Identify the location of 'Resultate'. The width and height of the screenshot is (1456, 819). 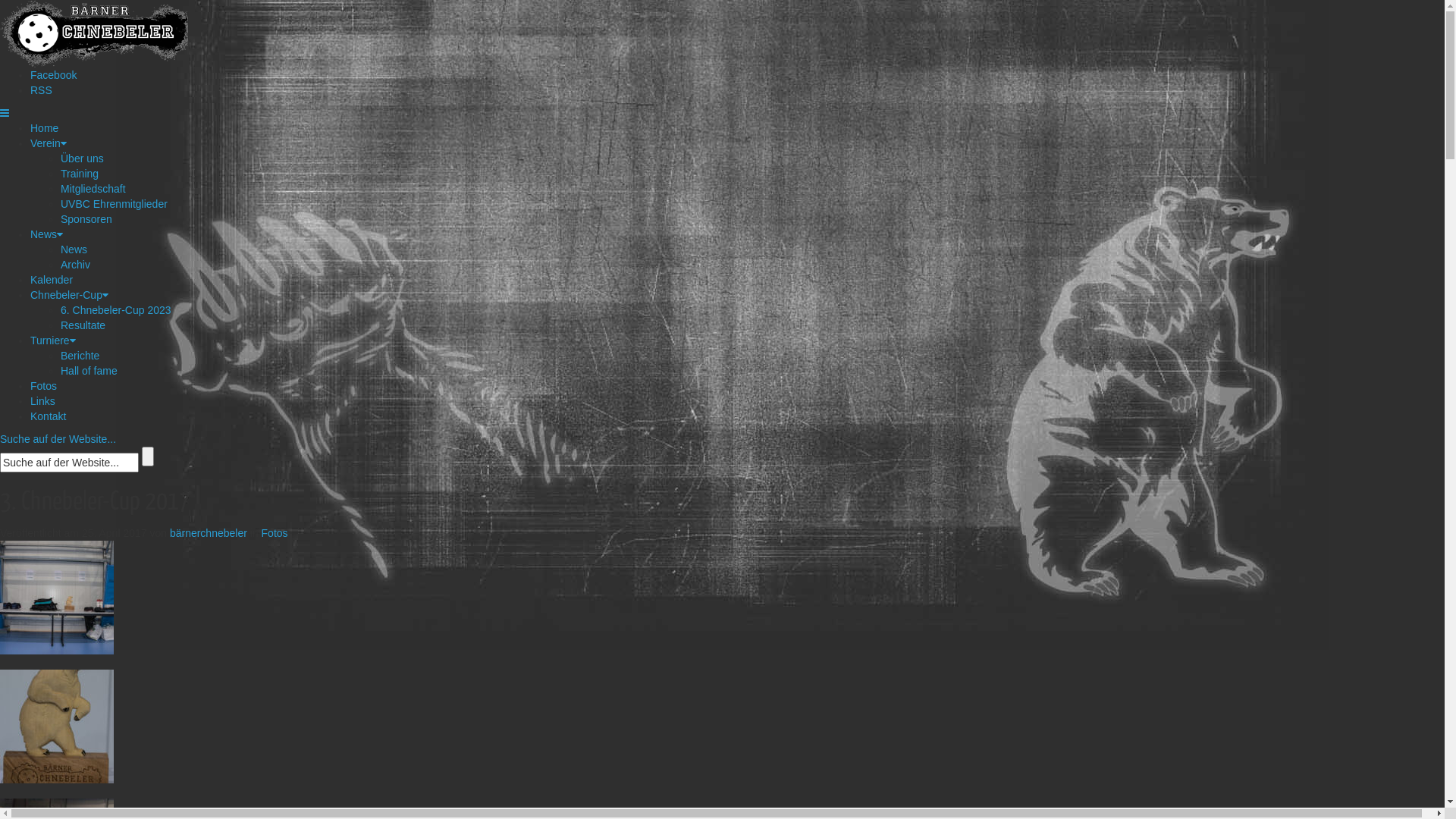
(61, 324).